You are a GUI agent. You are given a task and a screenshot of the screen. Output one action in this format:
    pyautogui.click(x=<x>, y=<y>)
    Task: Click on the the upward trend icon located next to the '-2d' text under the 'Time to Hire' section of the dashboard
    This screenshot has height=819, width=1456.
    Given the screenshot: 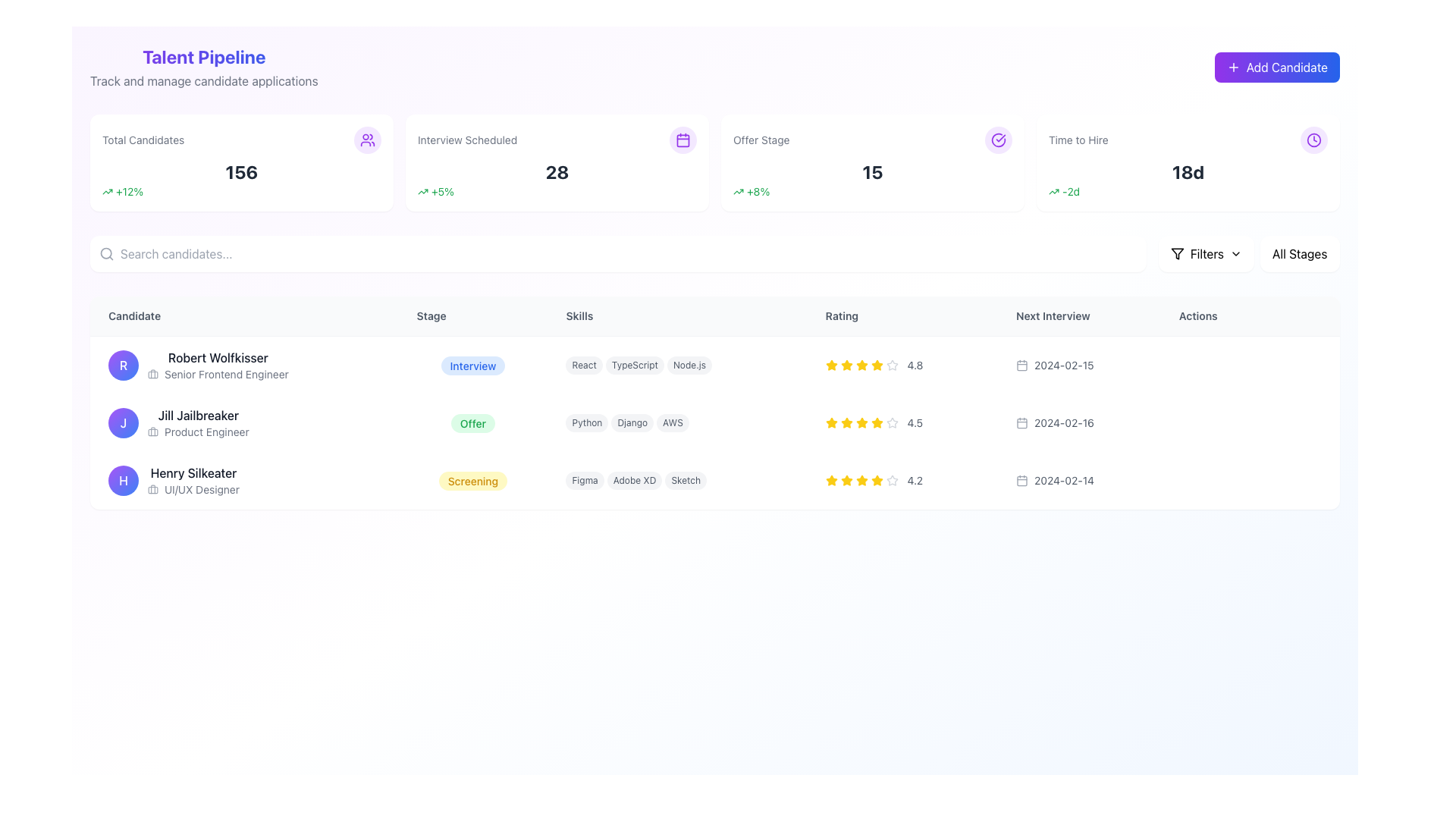 What is the action you would take?
    pyautogui.click(x=1053, y=191)
    